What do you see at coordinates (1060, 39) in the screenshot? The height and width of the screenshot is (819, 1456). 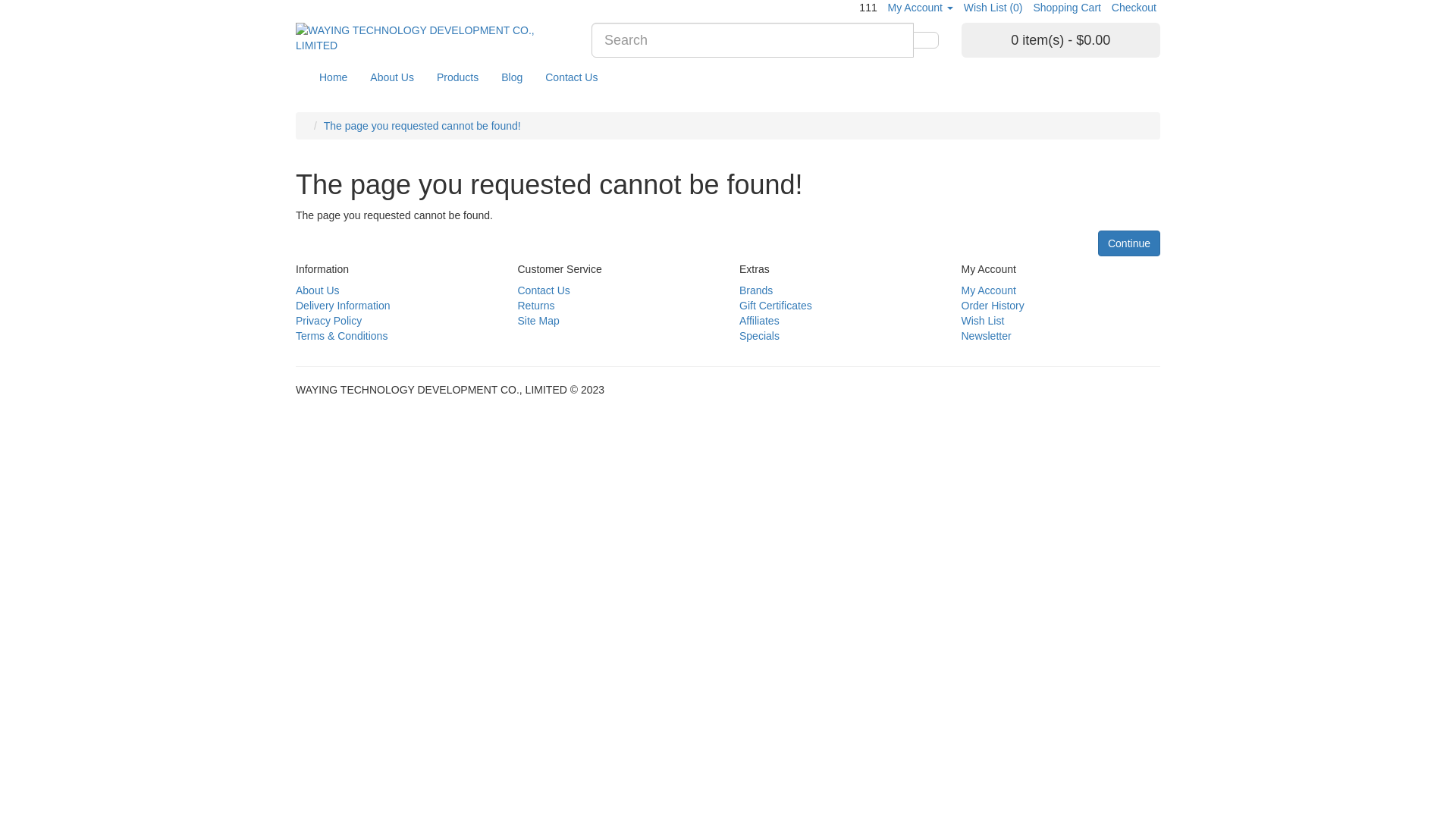 I see `'0 item(s) - $0.00'` at bounding box center [1060, 39].